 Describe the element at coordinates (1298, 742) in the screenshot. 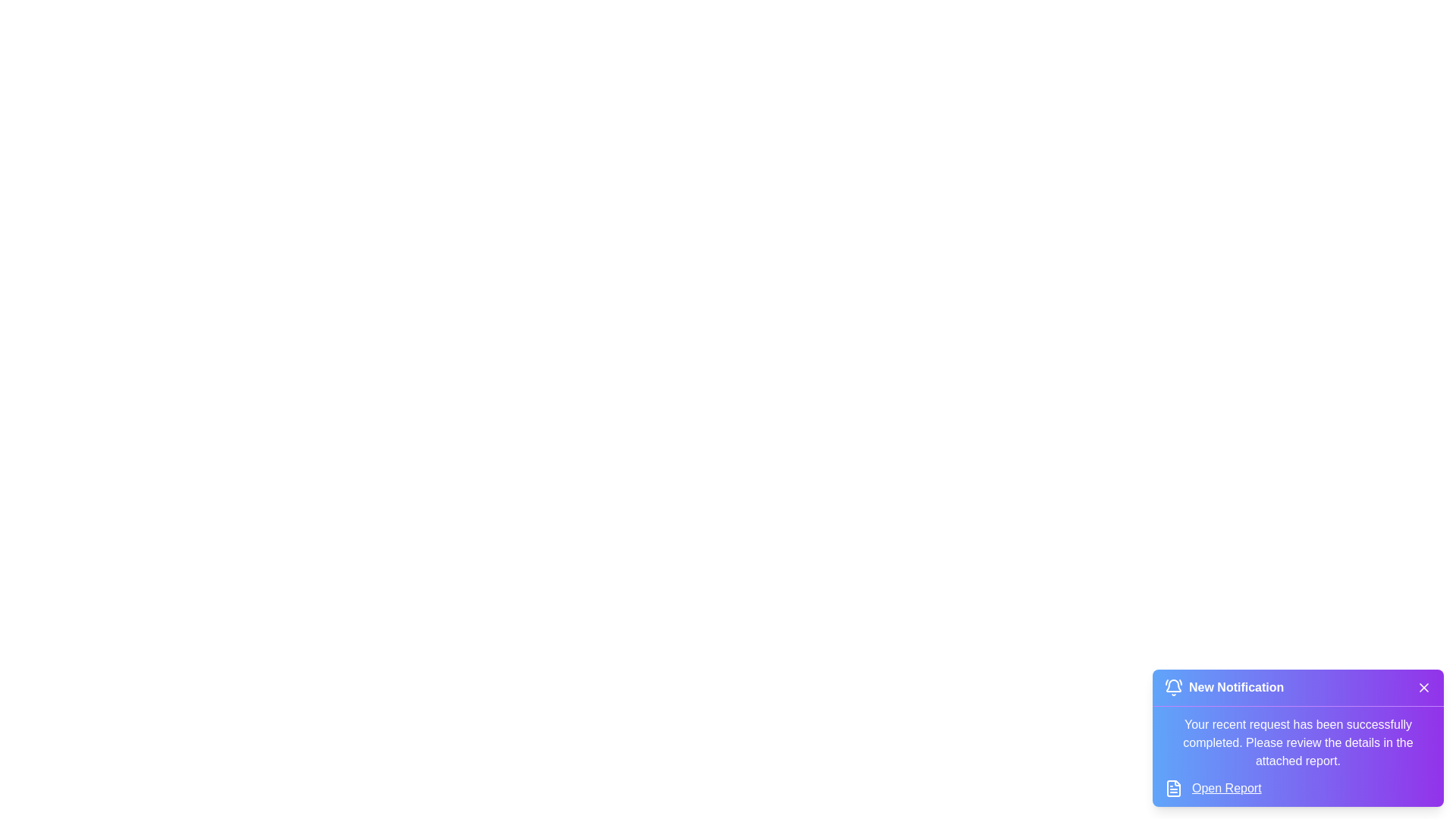

I see `the notification text block that informs users about the successful completion of a request, located in the bottom-right corner of the interface` at that location.